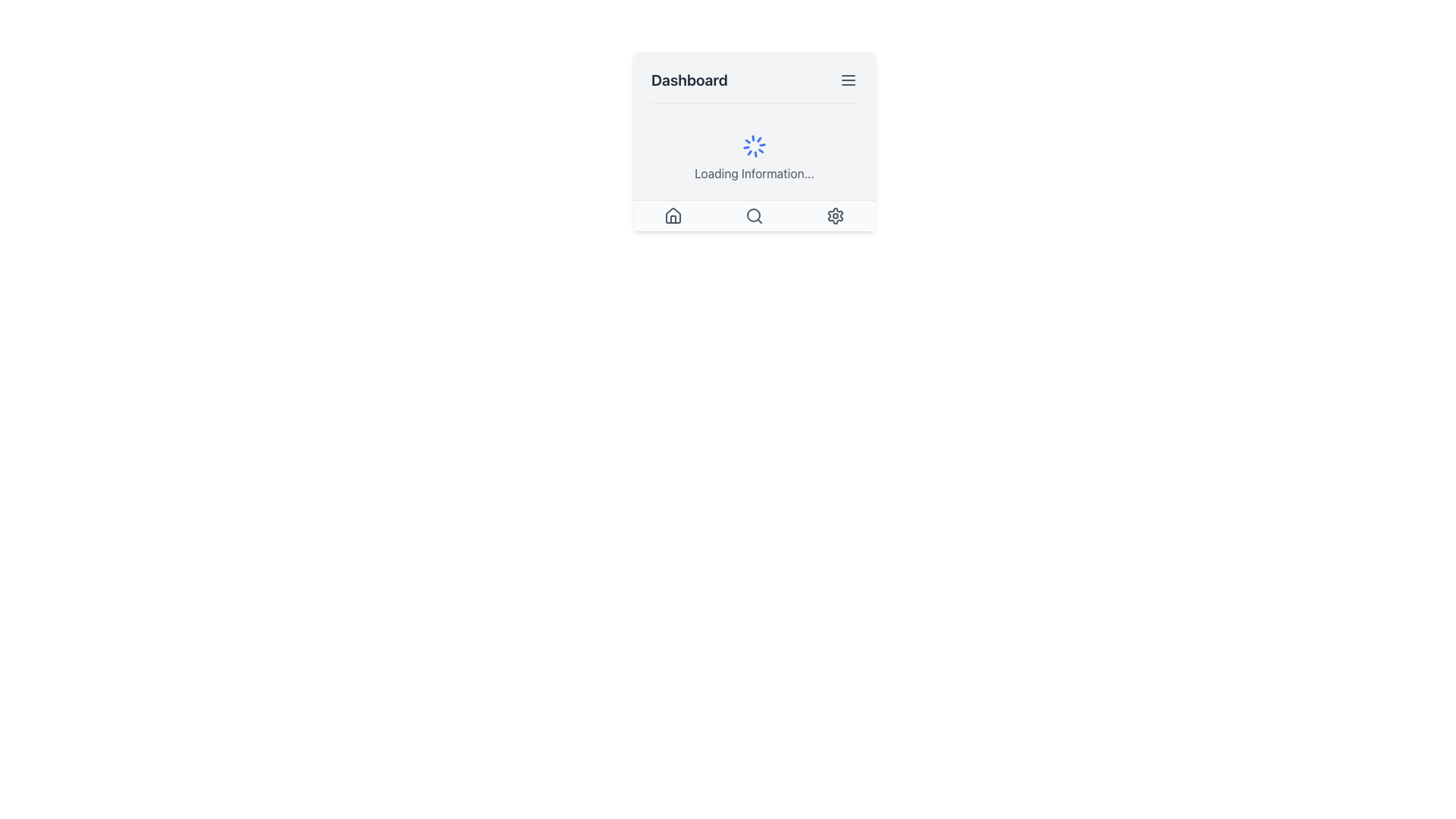  What do you see at coordinates (754, 215) in the screenshot?
I see `the search icon in the navigation bar located at the bottom of the card interface for additional visual feedback` at bounding box center [754, 215].